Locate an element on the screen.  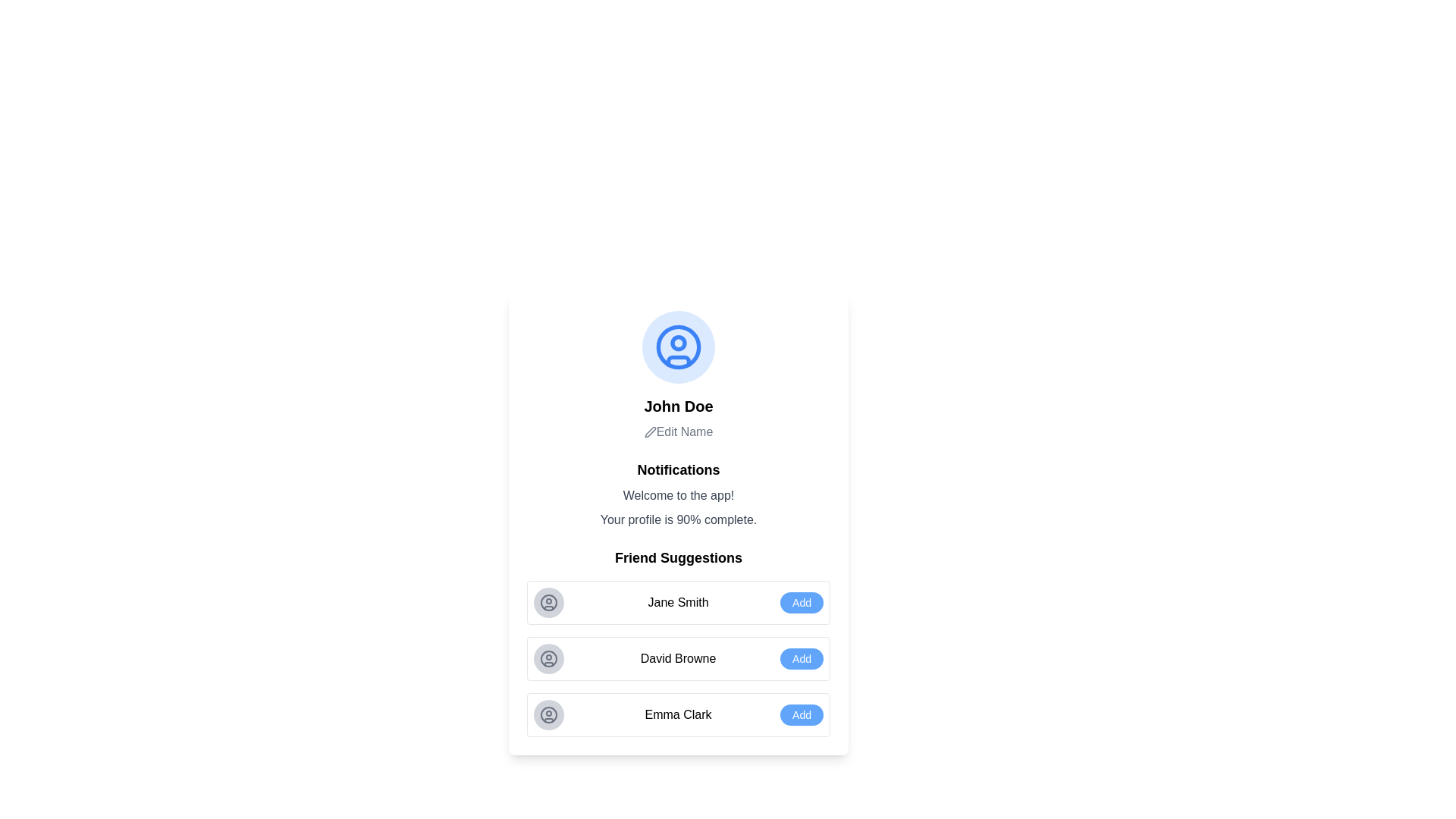
text of the label for the suggested friend in the third item of the 'Friend Suggestions' list, positioned between the avatar icon and the 'Add' button is located at coordinates (677, 714).